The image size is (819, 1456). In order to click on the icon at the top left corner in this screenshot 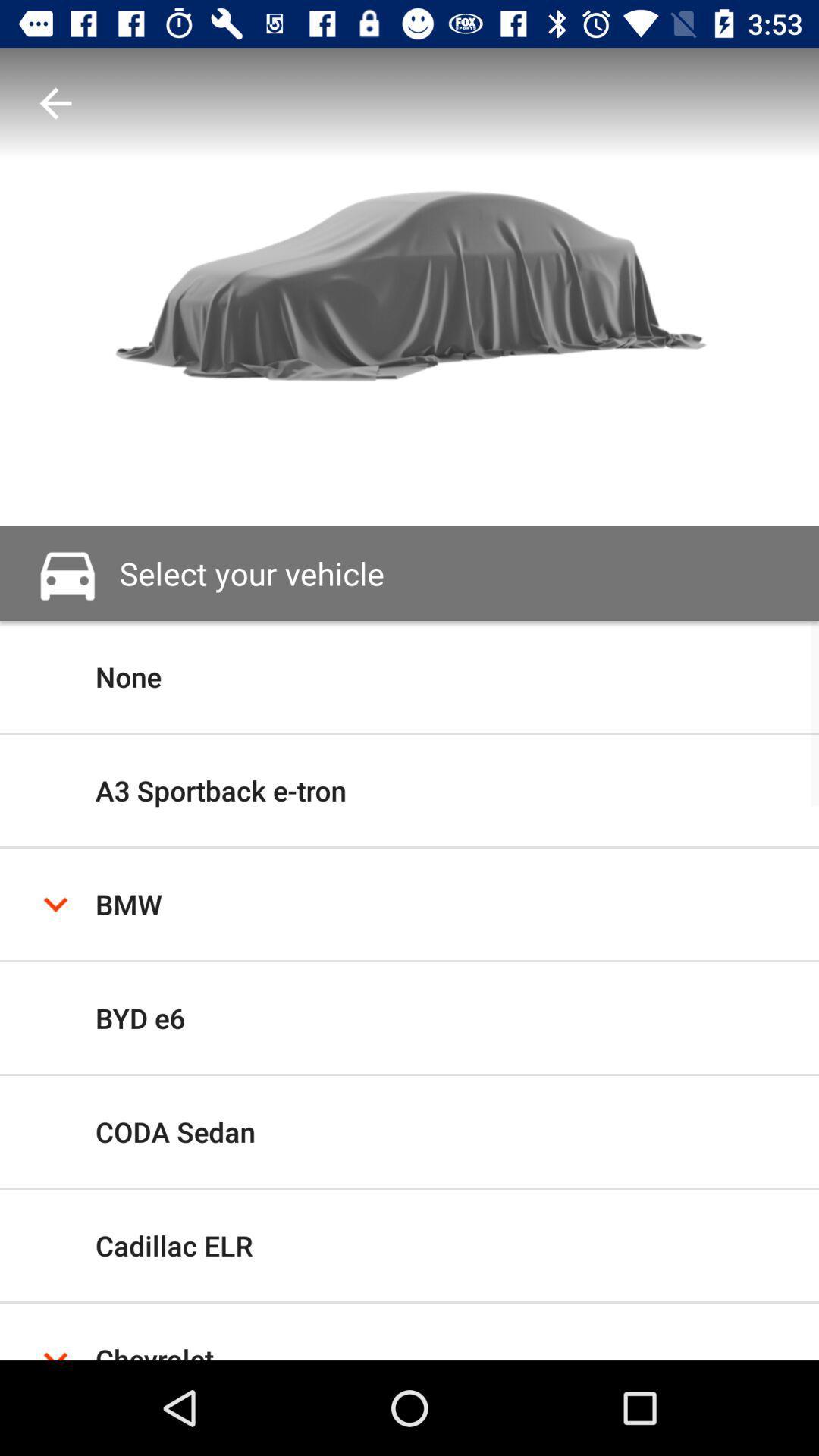, I will do `click(55, 102)`.